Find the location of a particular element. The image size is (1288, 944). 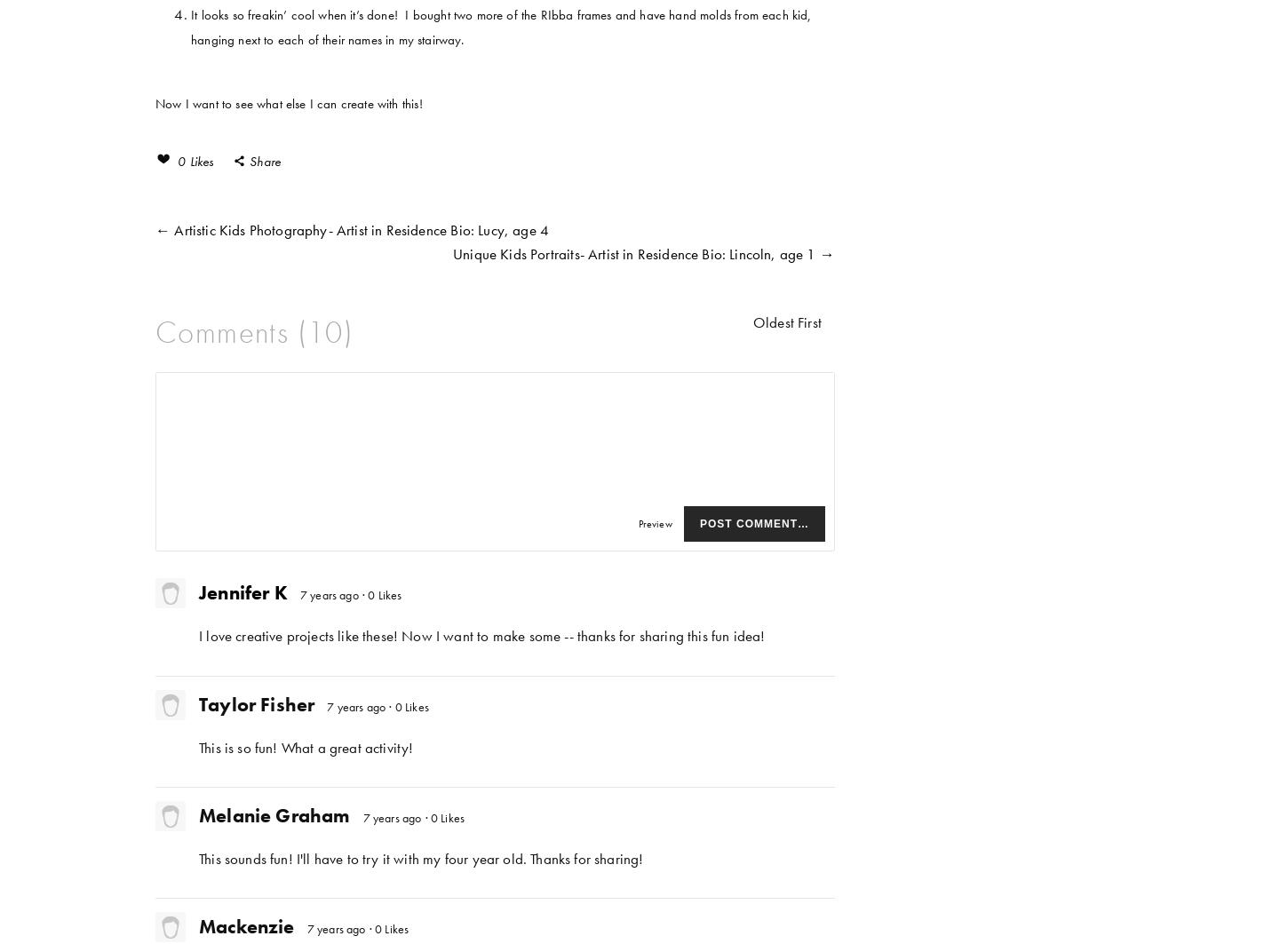

'Share' is located at coordinates (265, 161).